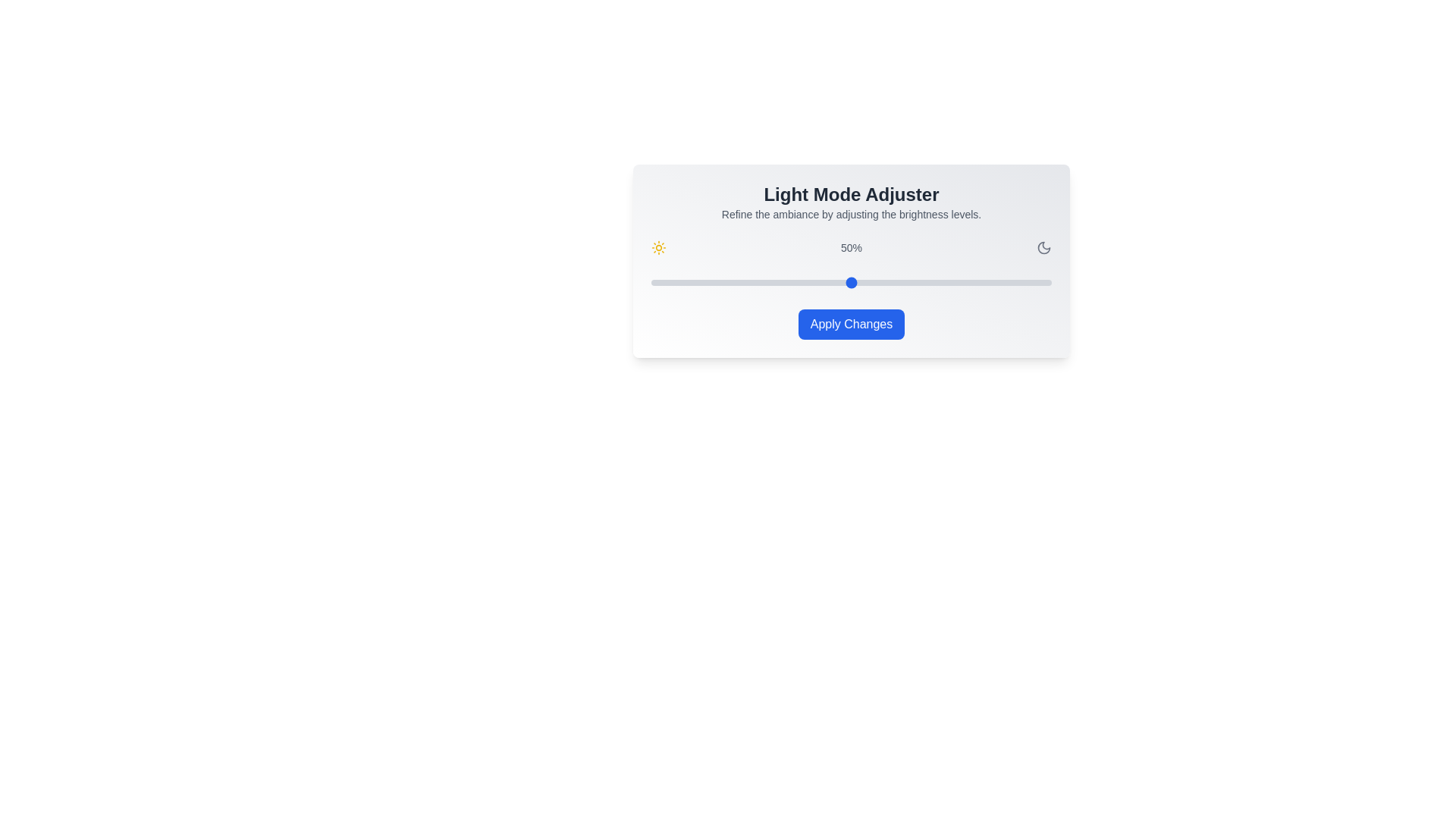  Describe the element at coordinates (887, 283) in the screenshot. I see `the brightness slider to 59%` at that location.